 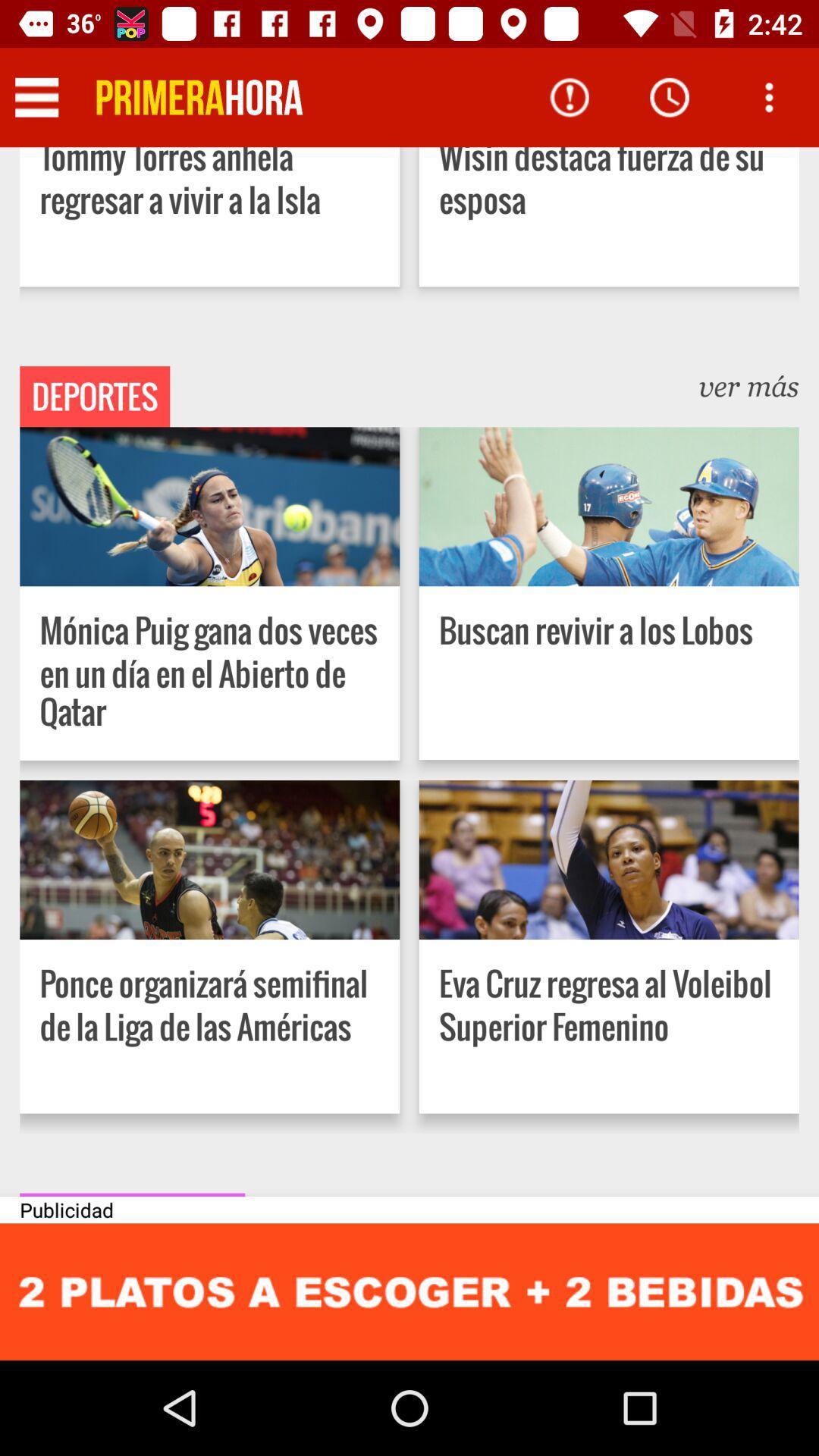 What do you see at coordinates (199, 96) in the screenshot?
I see `the app above tommy torres anhela` at bounding box center [199, 96].